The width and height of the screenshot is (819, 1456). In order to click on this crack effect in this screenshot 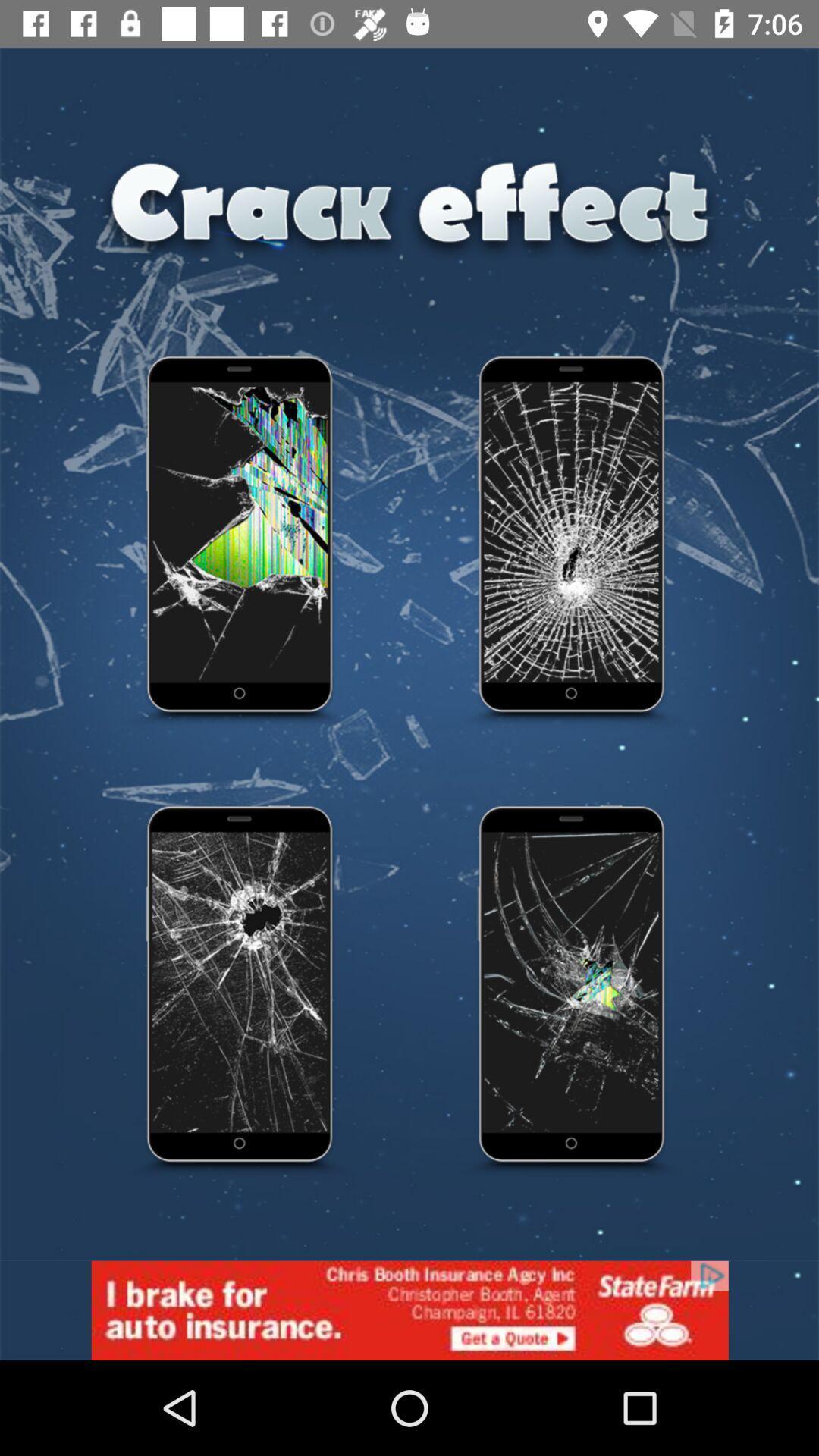, I will do `click(240, 992)`.